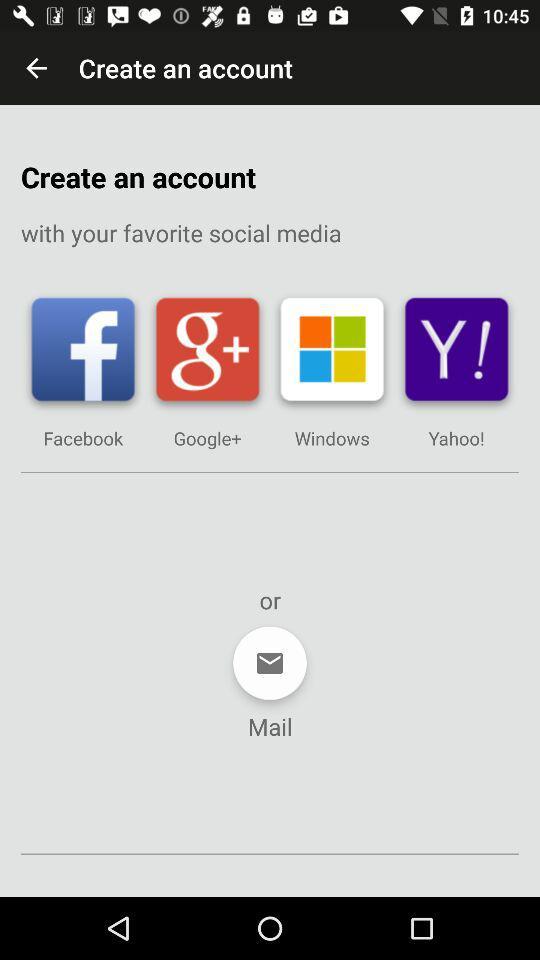 The image size is (540, 960). What do you see at coordinates (270, 663) in the screenshot?
I see `item below or` at bounding box center [270, 663].